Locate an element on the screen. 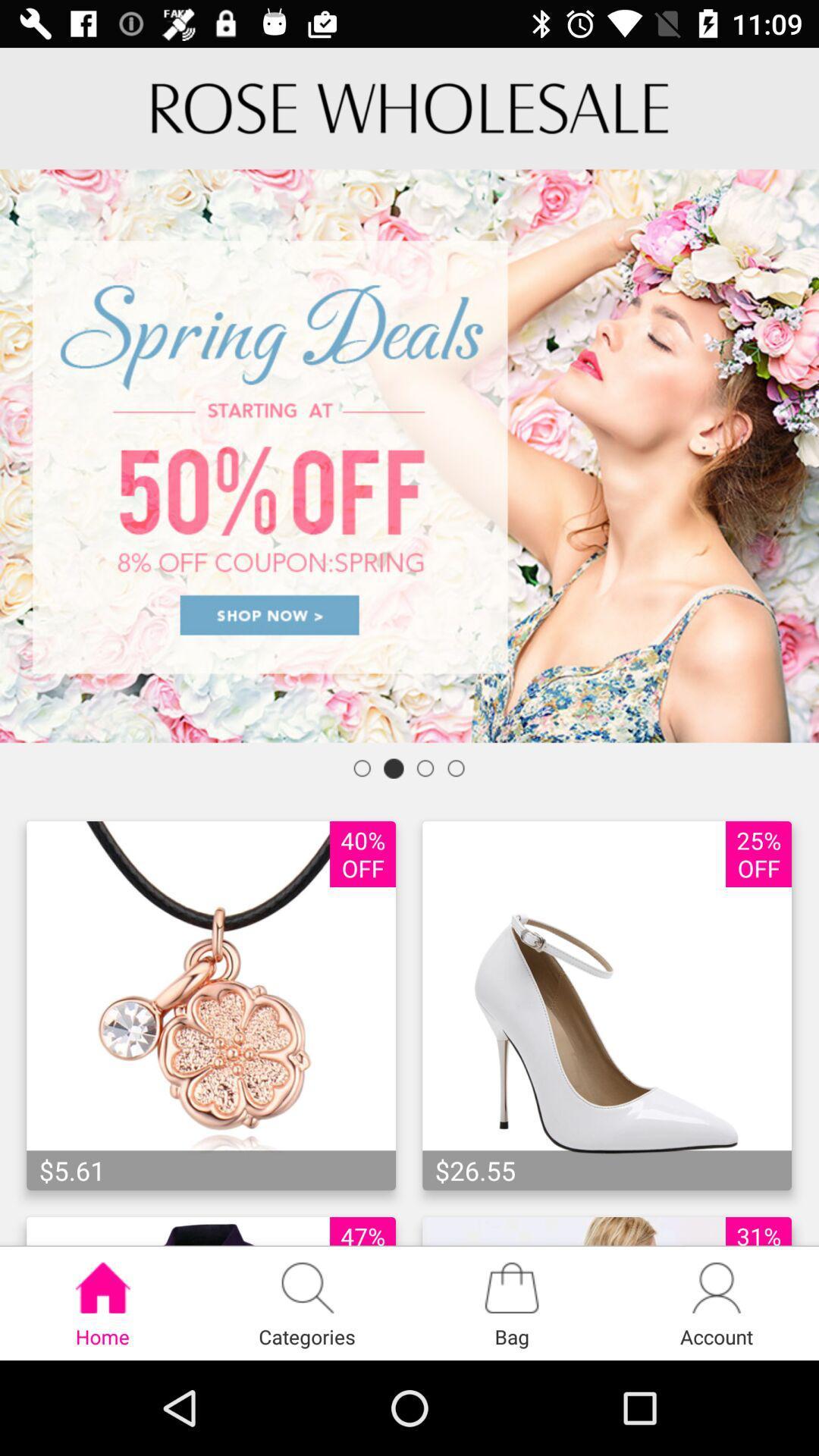 Image resolution: width=819 pixels, height=1456 pixels. apply coupon is located at coordinates (409, 455).